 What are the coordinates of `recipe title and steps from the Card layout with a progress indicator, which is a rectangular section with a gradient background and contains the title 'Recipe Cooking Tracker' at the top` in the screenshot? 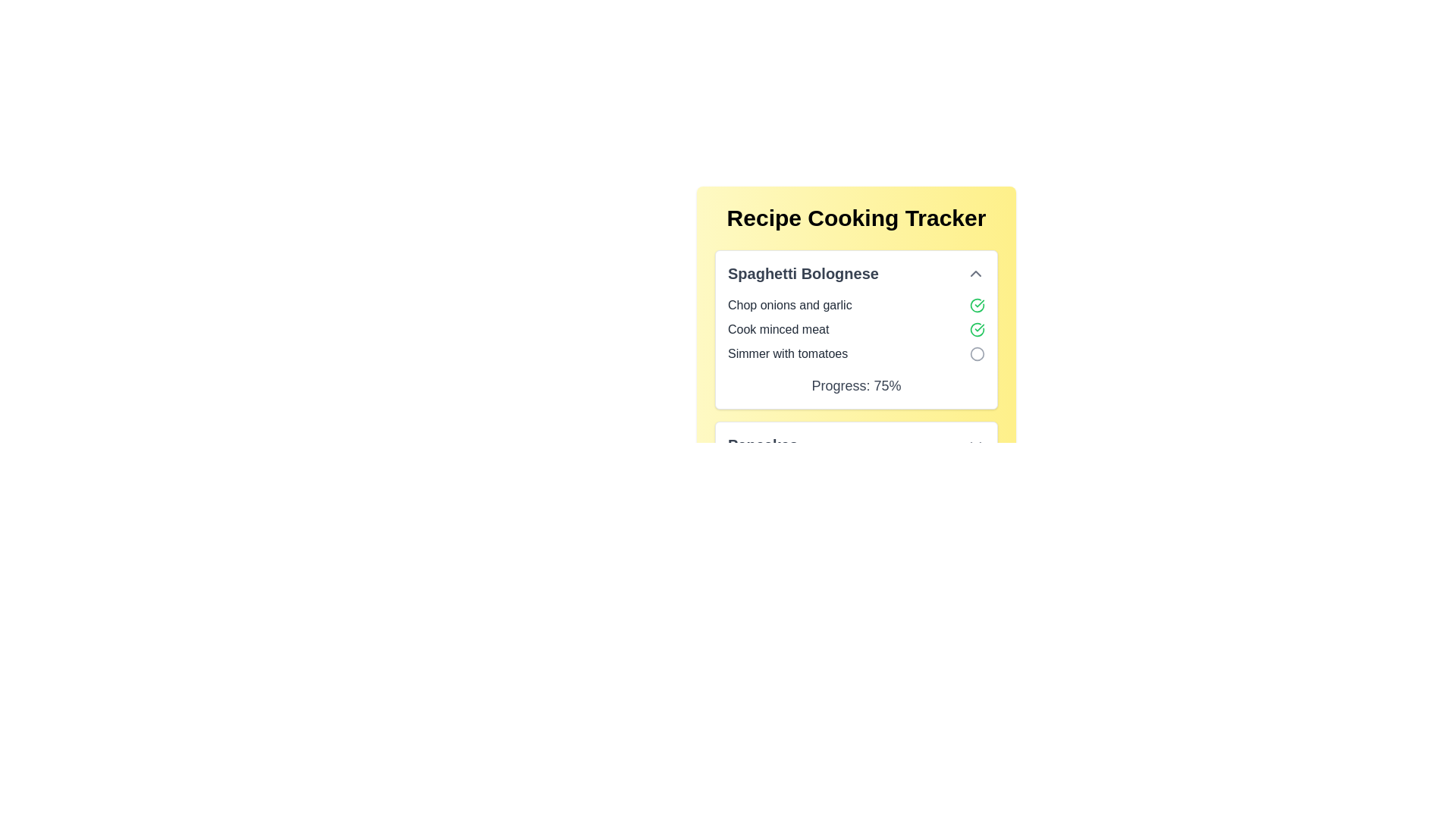 It's located at (856, 335).